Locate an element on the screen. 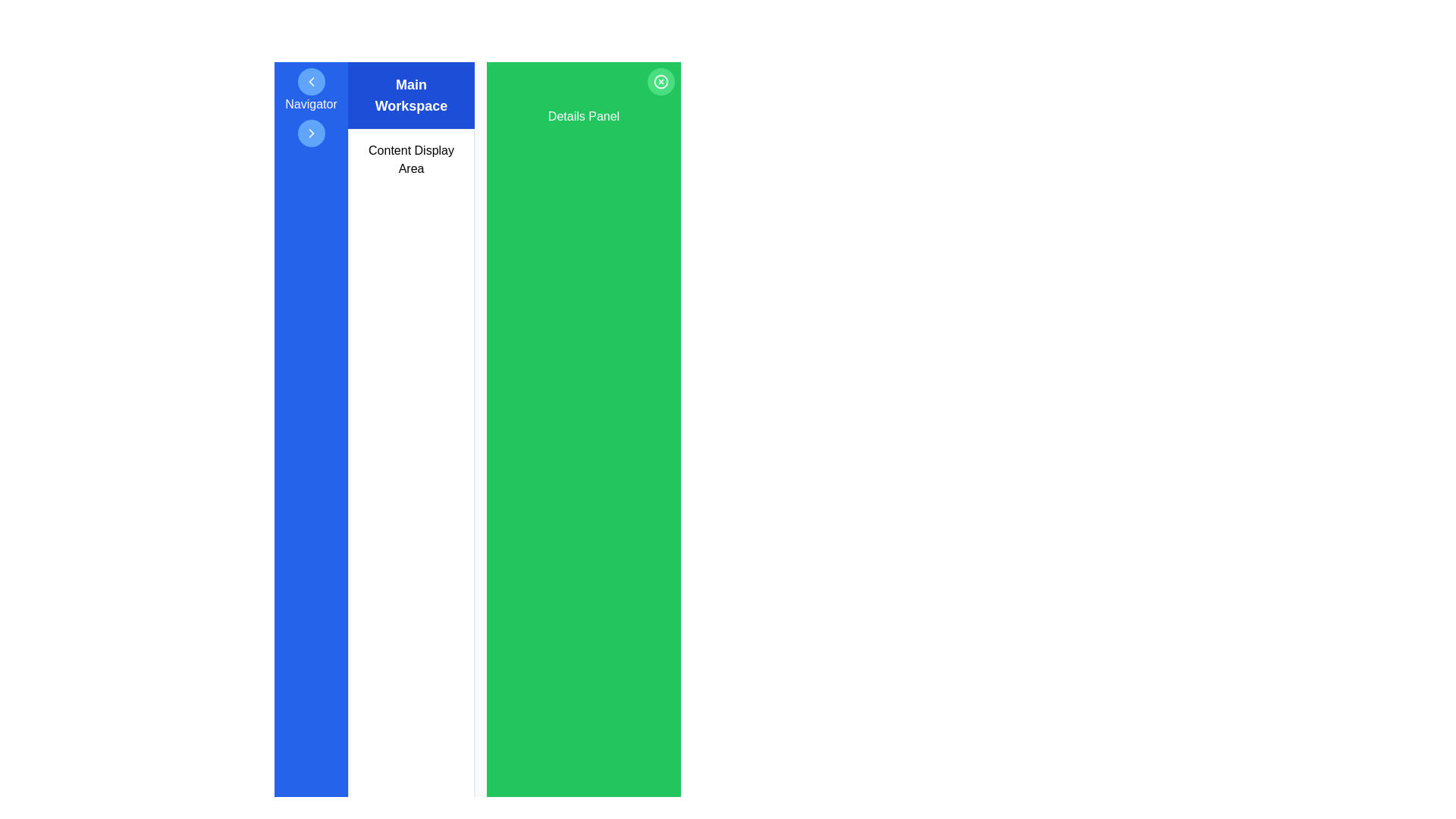  the chevron-right SVG icon located in the vertical blue navigation bar is located at coordinates (310, 133).